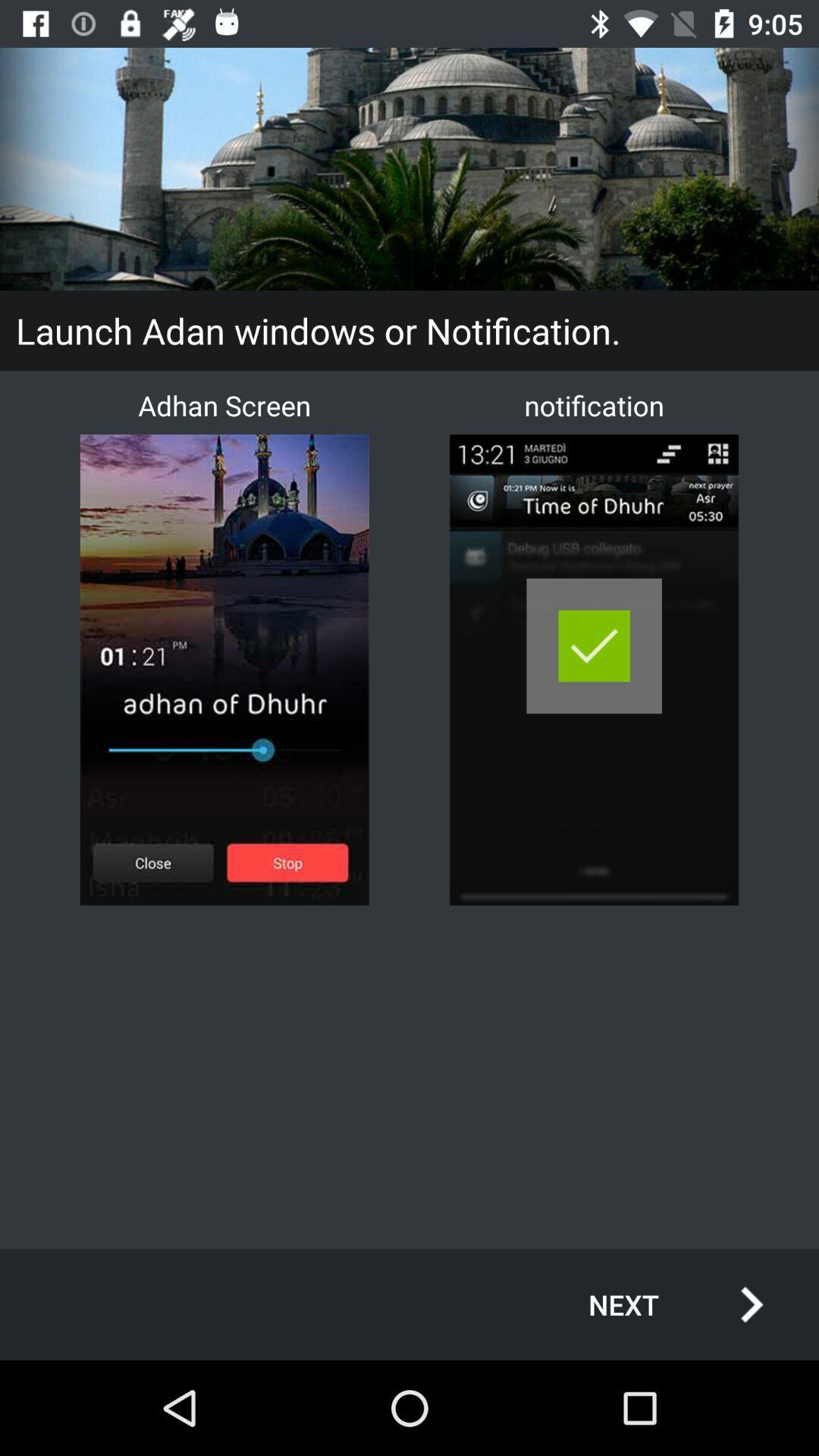 The height and width of the screenshot is (1456, 819). I want to click on icon at the bottom right corner, so click(659, 1304).